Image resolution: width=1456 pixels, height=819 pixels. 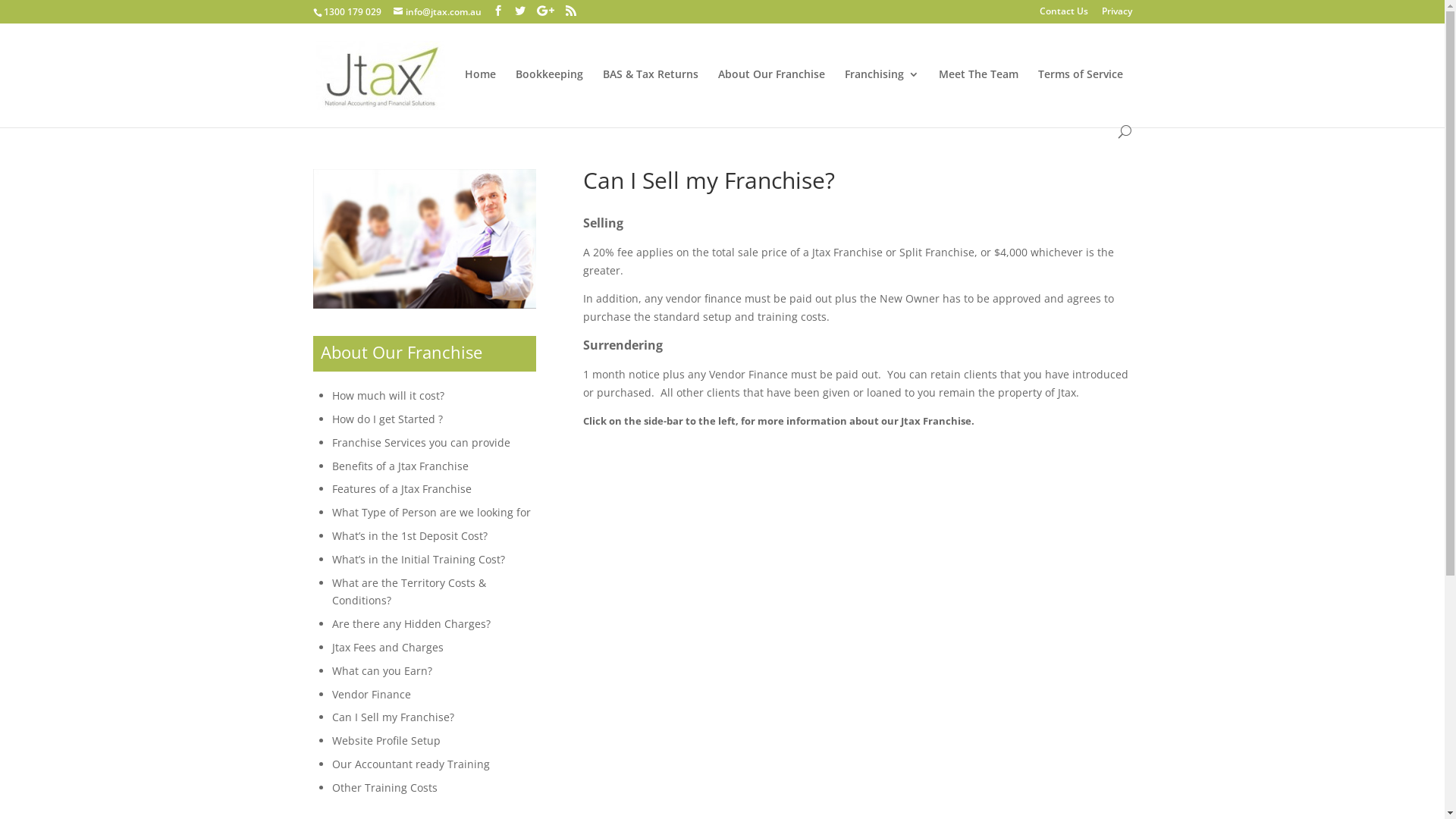 I want to click on 'Benefits of a Jtax Franchise', so click(x=331, y=465).